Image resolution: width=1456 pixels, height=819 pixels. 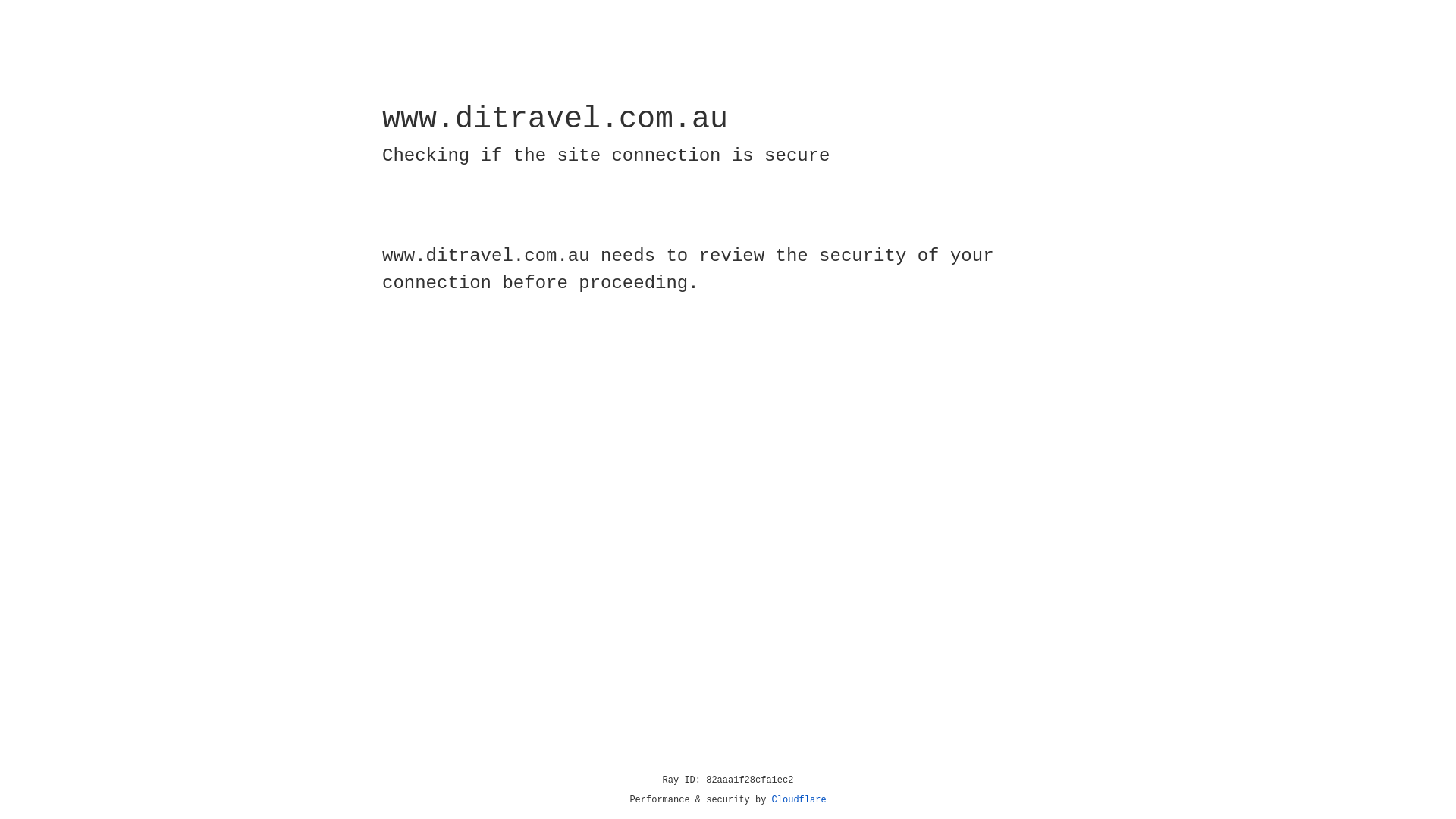 I want to click on 'Cloudflare', so click(x=799, y=799).